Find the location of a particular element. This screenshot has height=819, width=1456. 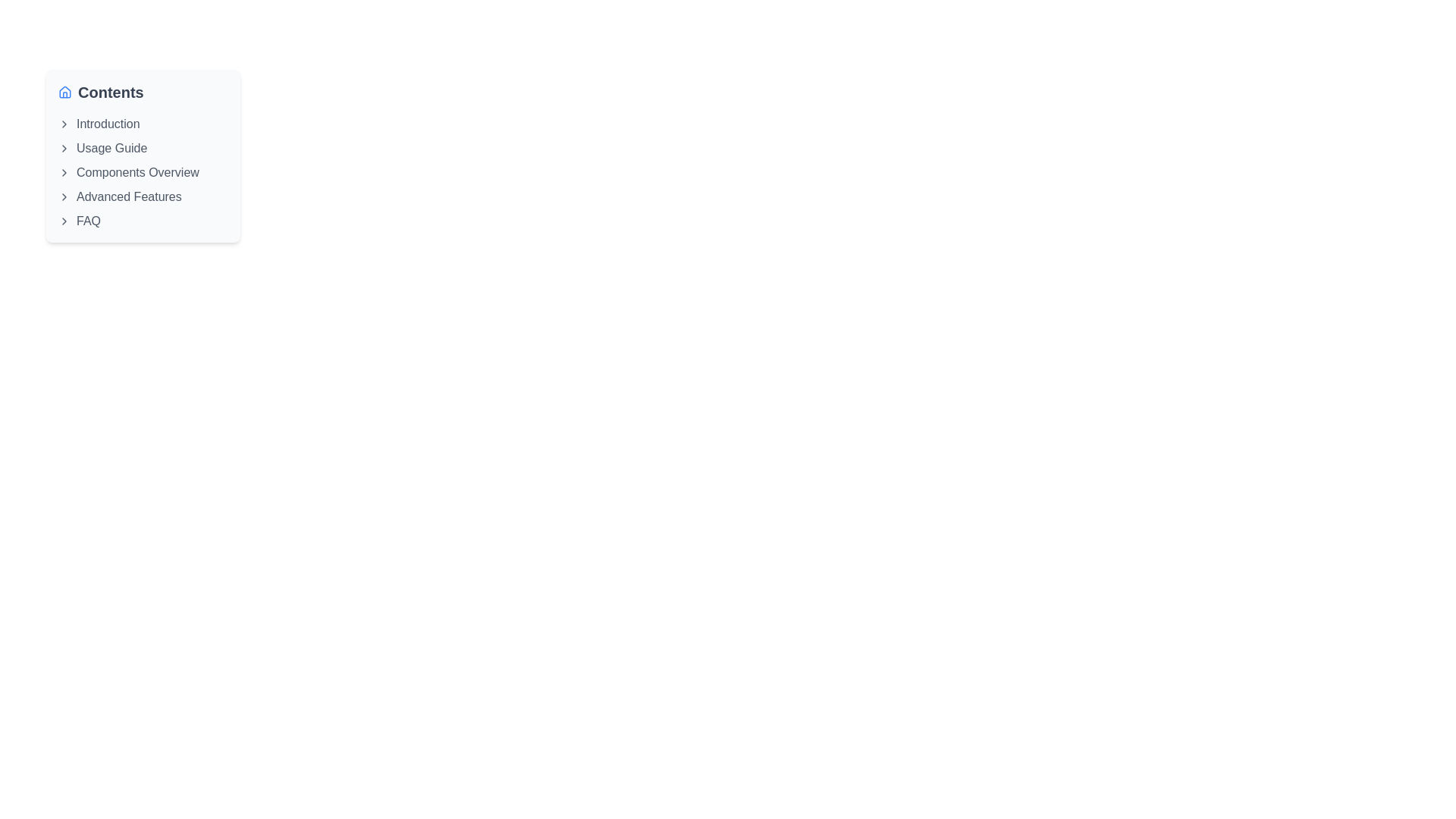

the rightward-pointing chevron icon adjacent to the text 'Components Overview' in the sidebar is located at coordinates (64, 171).